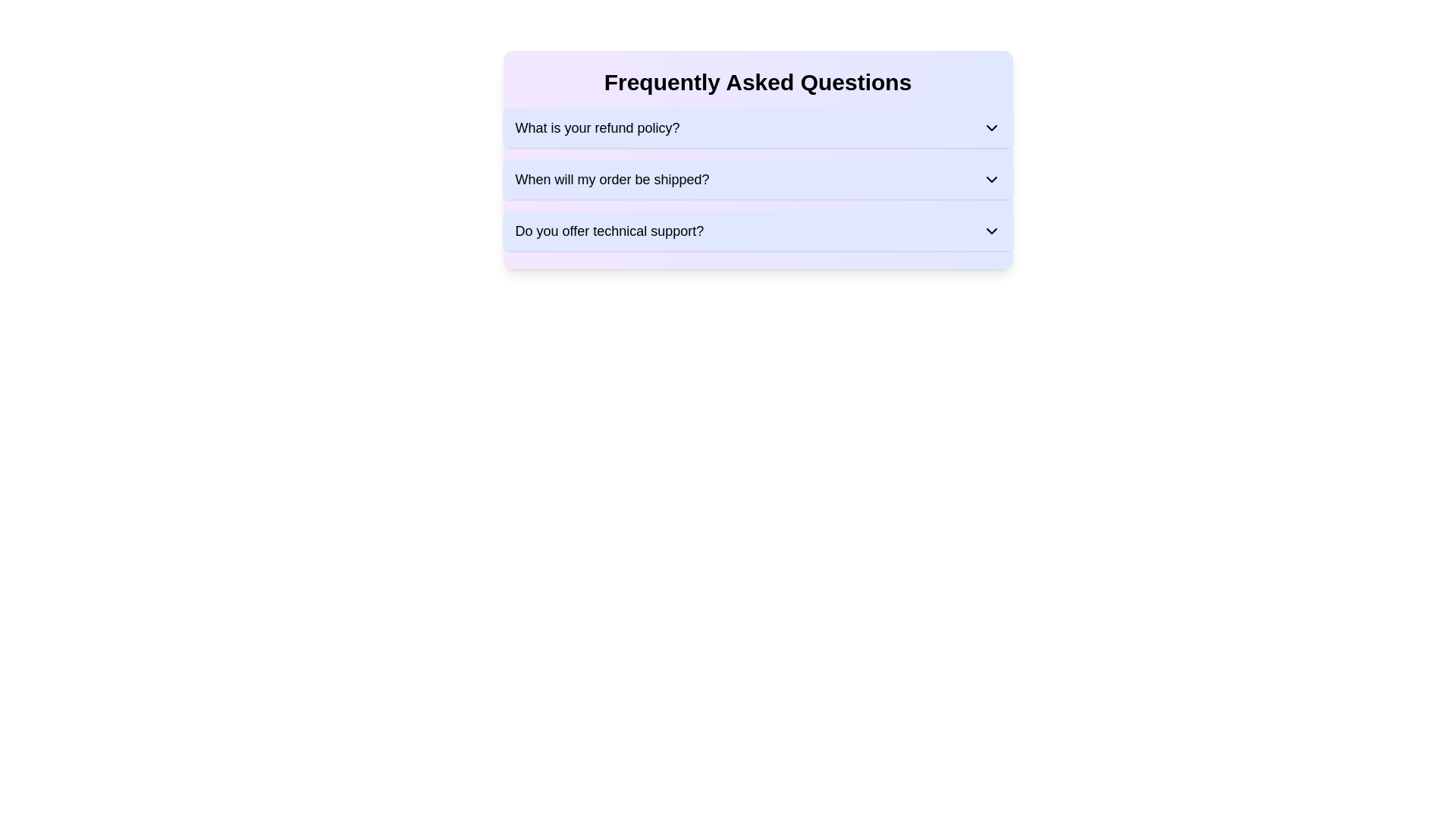  I want to click on the downward-pointing chevron icon located to the right of the text 'What is your refund policy?' in the first row of the FAQ section, so click(991, 127).